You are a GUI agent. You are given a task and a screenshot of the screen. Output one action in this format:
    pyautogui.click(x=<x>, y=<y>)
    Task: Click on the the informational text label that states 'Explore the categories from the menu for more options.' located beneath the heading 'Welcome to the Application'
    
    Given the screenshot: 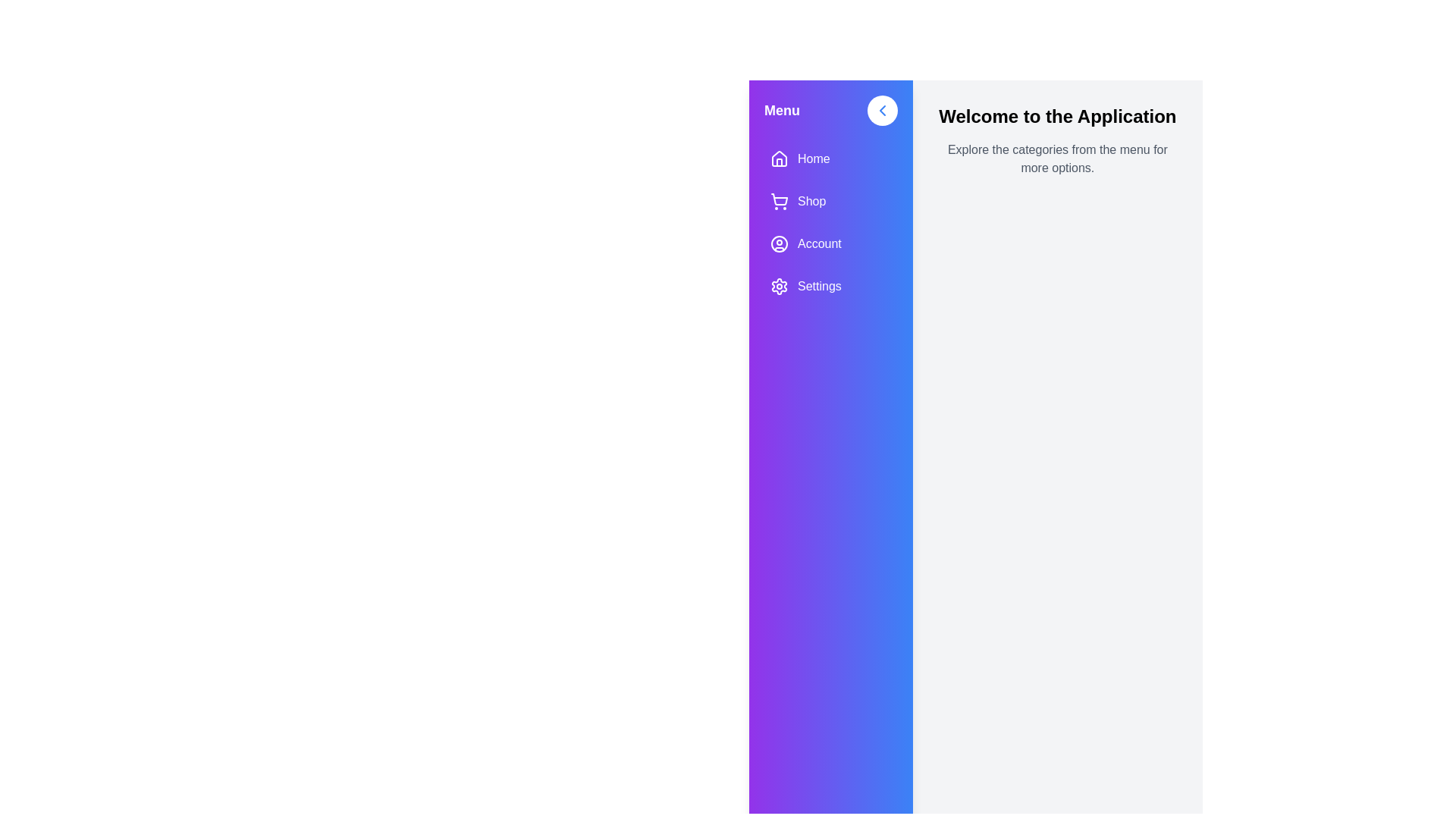 What is the action you would take?
    pyautogui.click(x=1056, y=158)
    